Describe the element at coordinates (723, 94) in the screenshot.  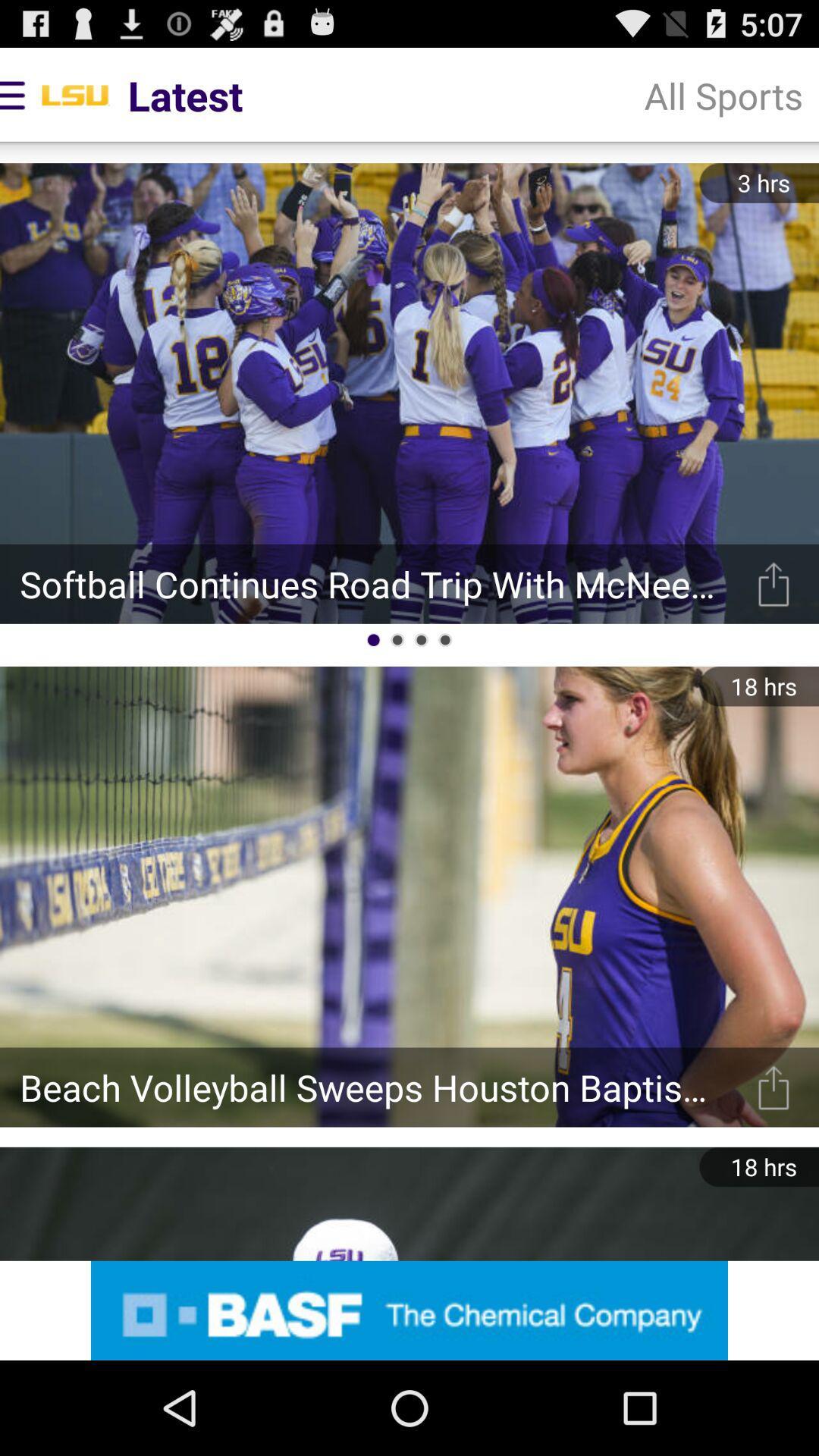
I see `all sports icon` at that location.